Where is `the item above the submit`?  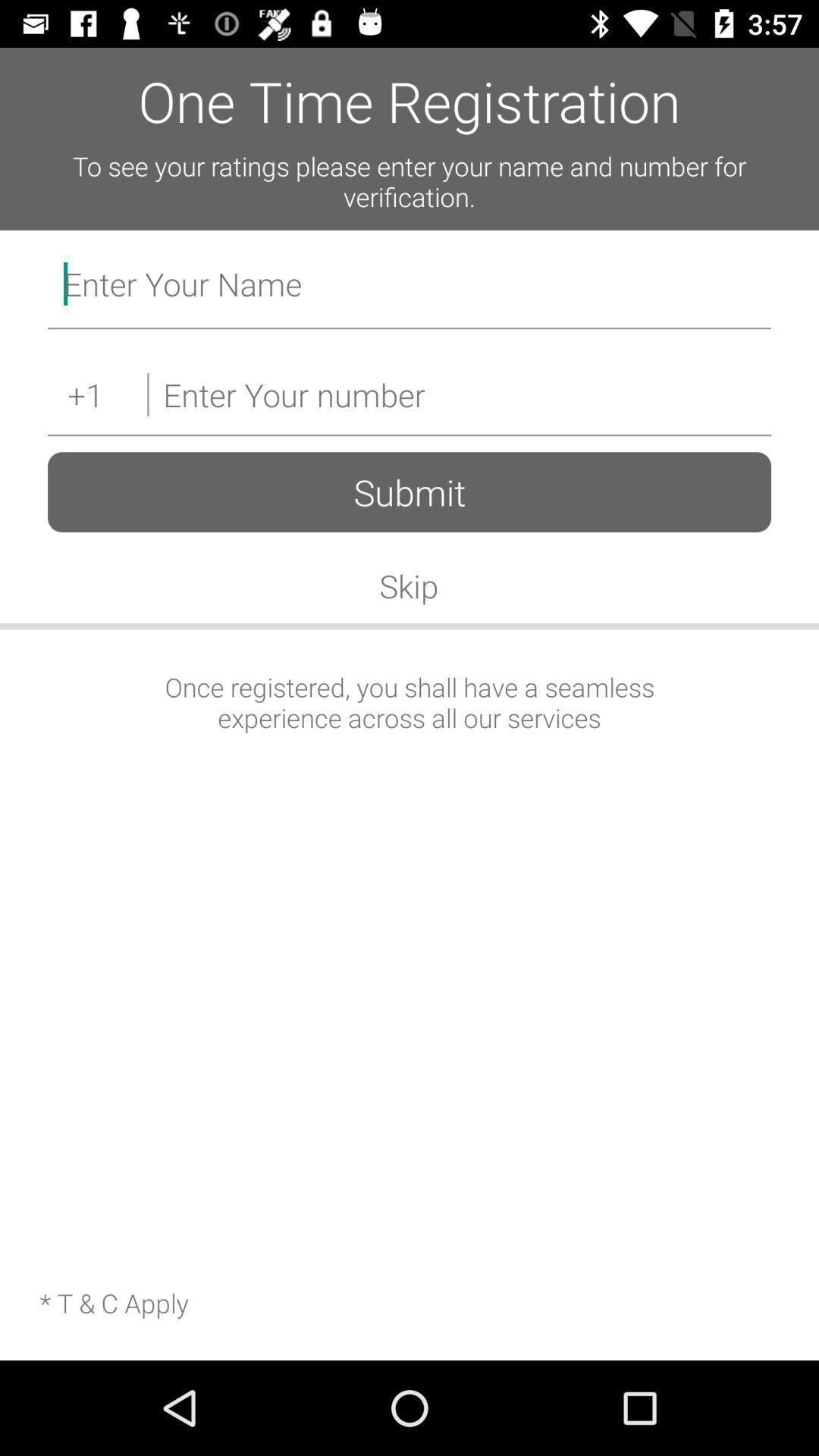 the item above the submit is located at coordinates (458, 394).